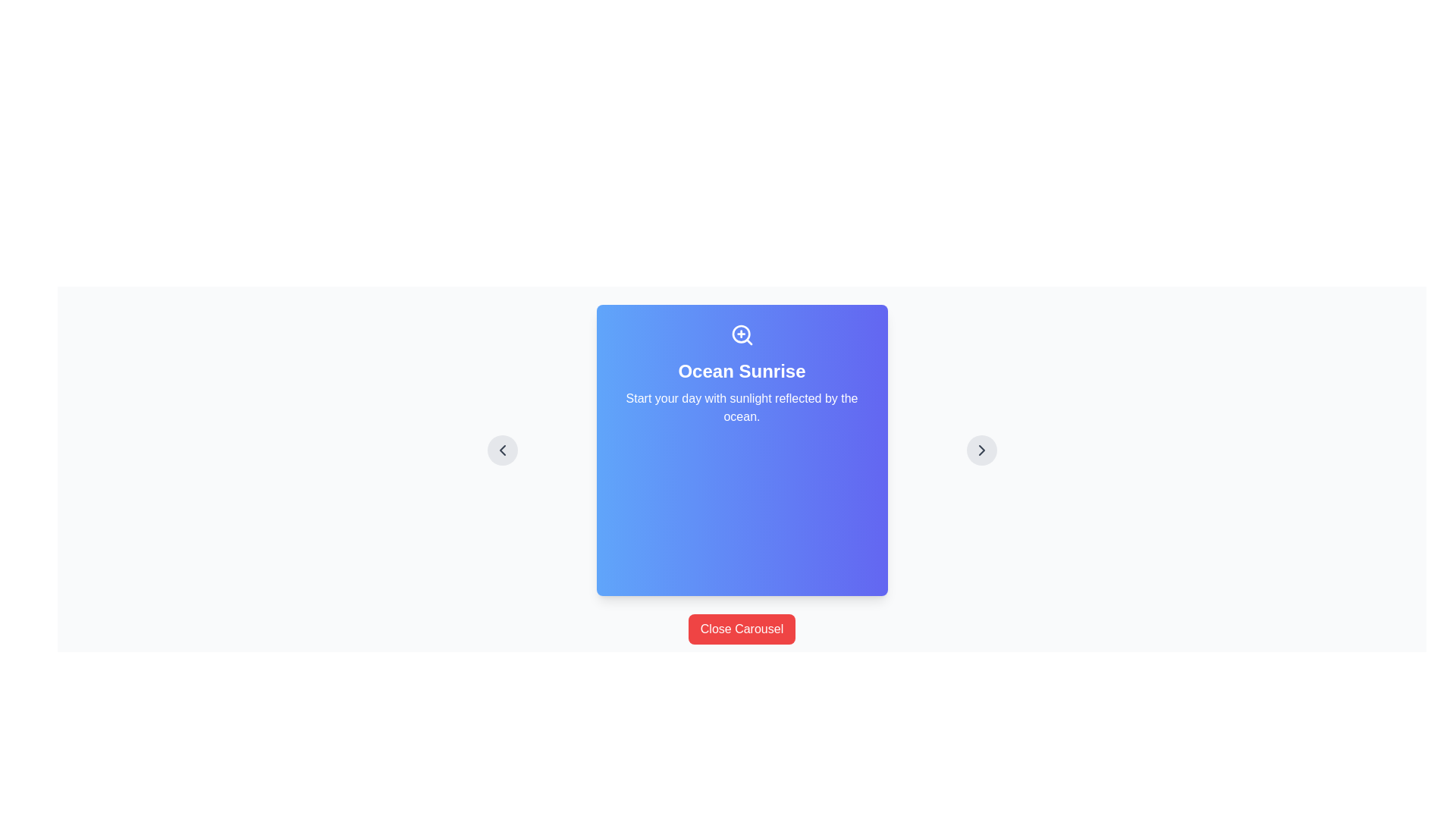 The image size is (1456, 819). I want to click on the icon button located on the right side of the carousel panel, so click(981, 450).